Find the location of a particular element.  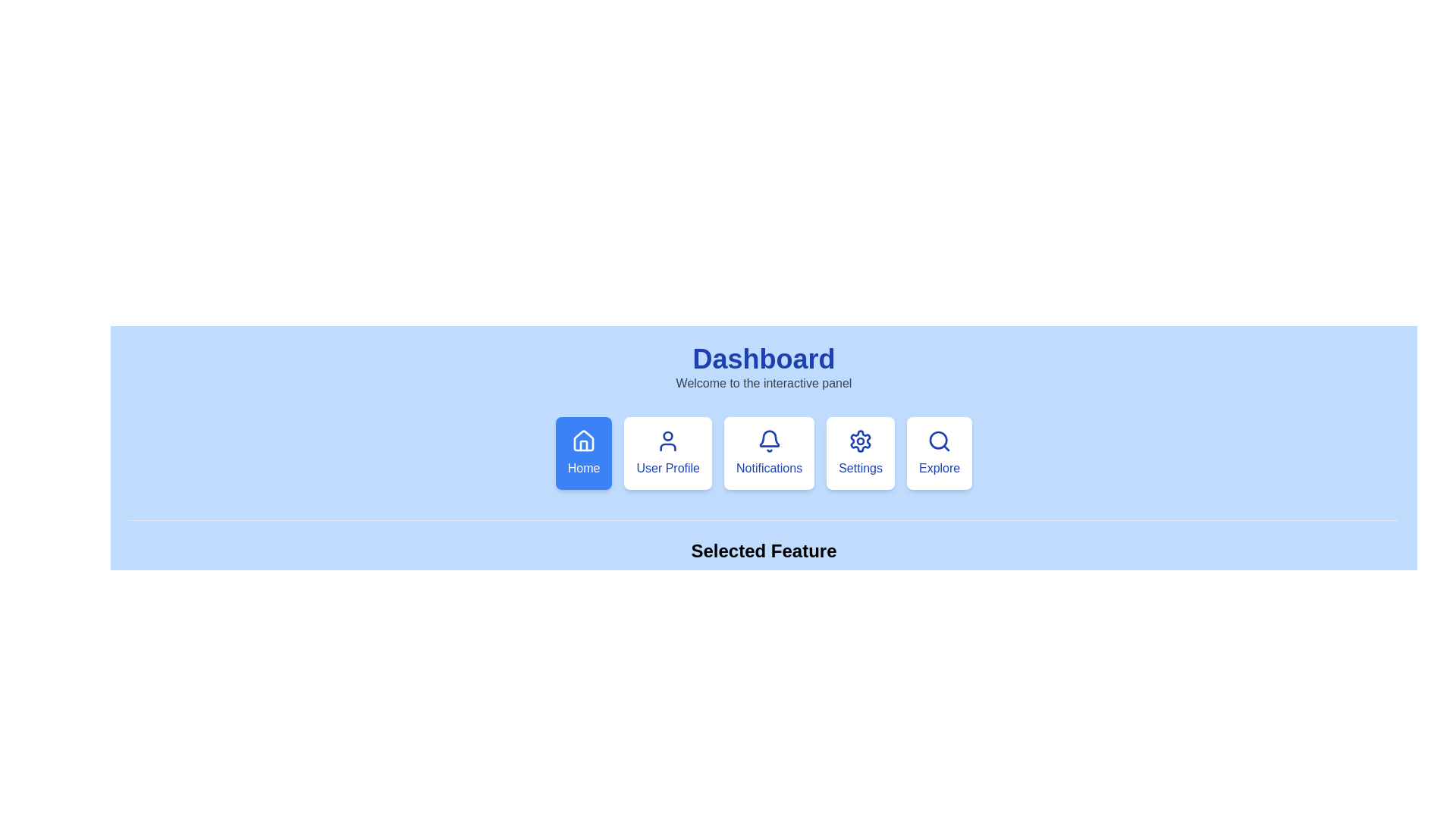

the text element displaying 'Welcome to the interactive panel.' which is located below the 'Dashboard' title in the central upper section of the interface is located at coordinates (764, 382).